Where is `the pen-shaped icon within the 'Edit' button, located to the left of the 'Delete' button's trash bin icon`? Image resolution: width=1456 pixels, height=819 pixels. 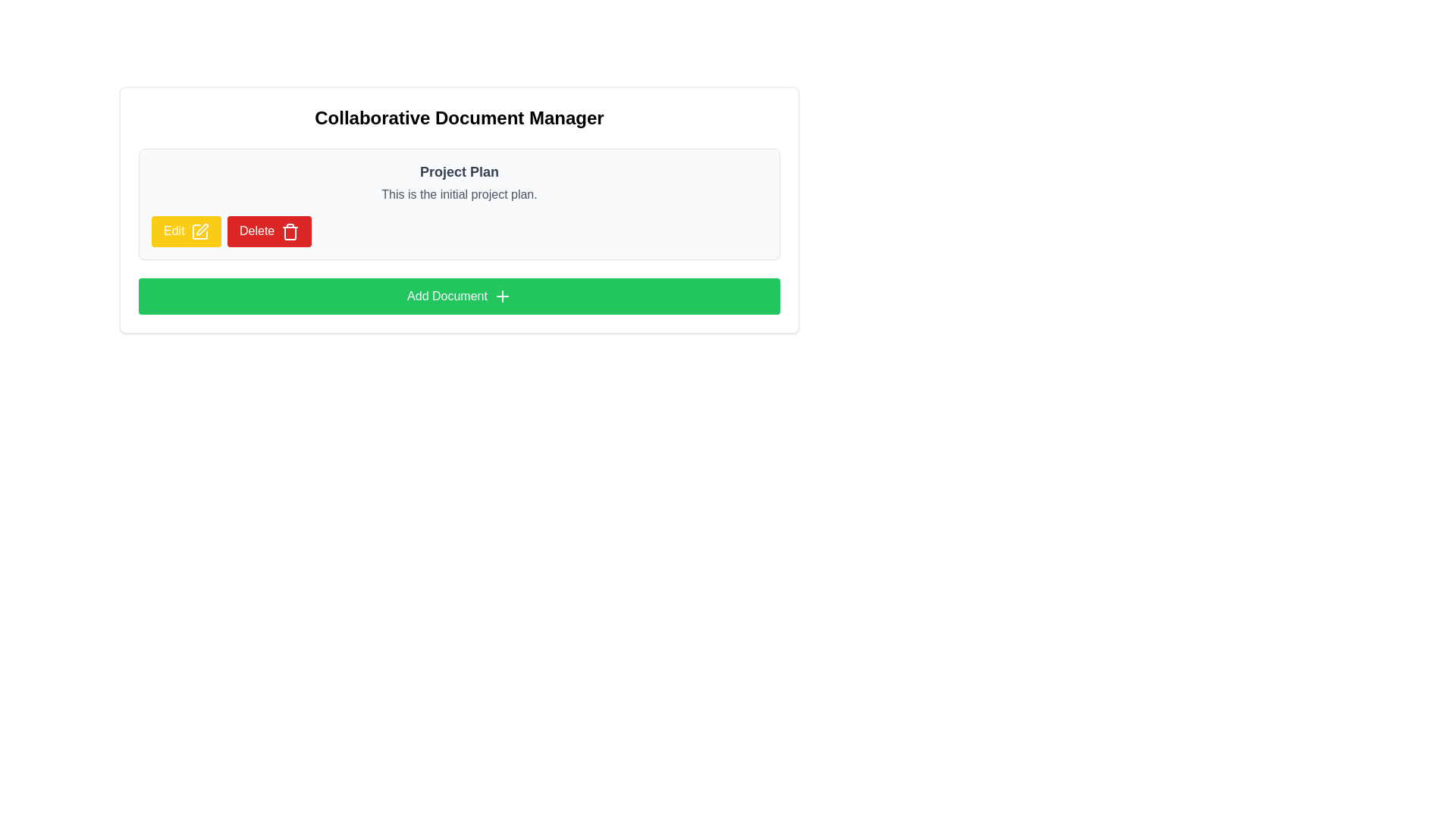
the pen-shaped icon within the 'Edit' button, located to the left of the 'Delete' button's trash bin icon is located at coordinates (202, 229).